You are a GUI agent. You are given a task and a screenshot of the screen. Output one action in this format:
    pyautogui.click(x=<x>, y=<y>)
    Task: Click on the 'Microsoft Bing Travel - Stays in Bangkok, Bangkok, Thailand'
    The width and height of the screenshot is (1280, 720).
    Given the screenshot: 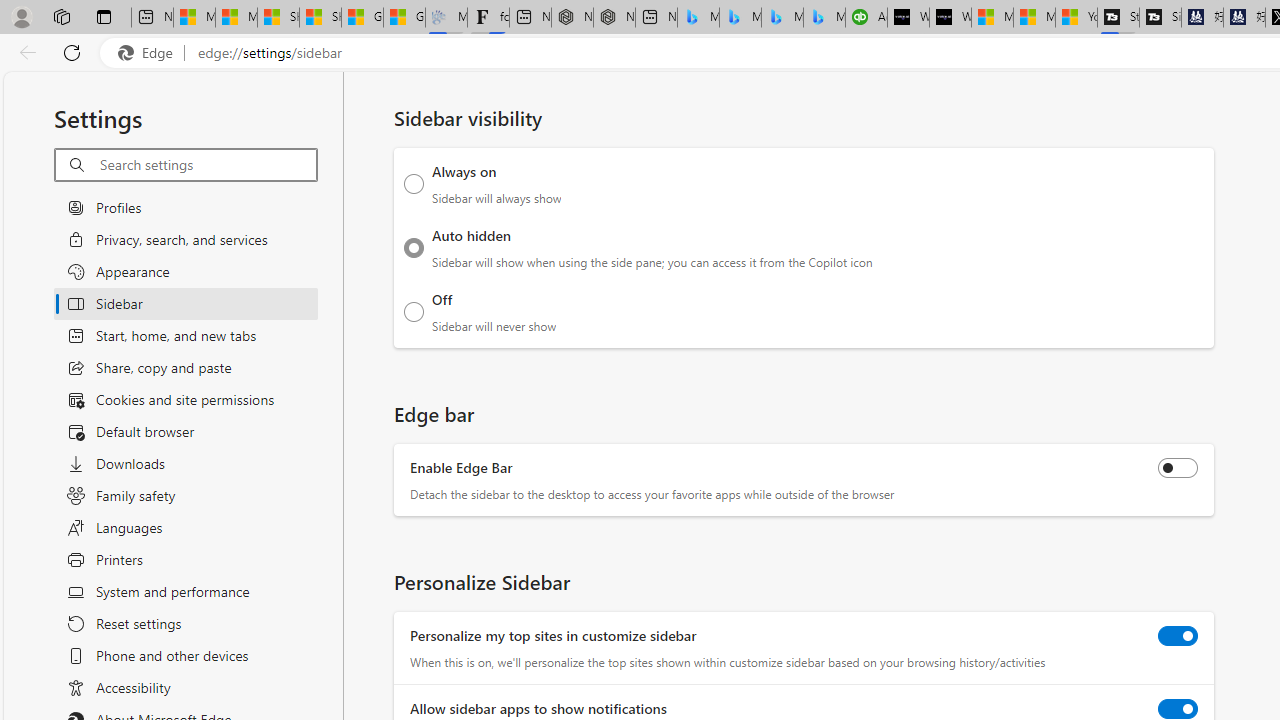 What is the action you would take?
    pyautogui.click(x=739, y=17)
    